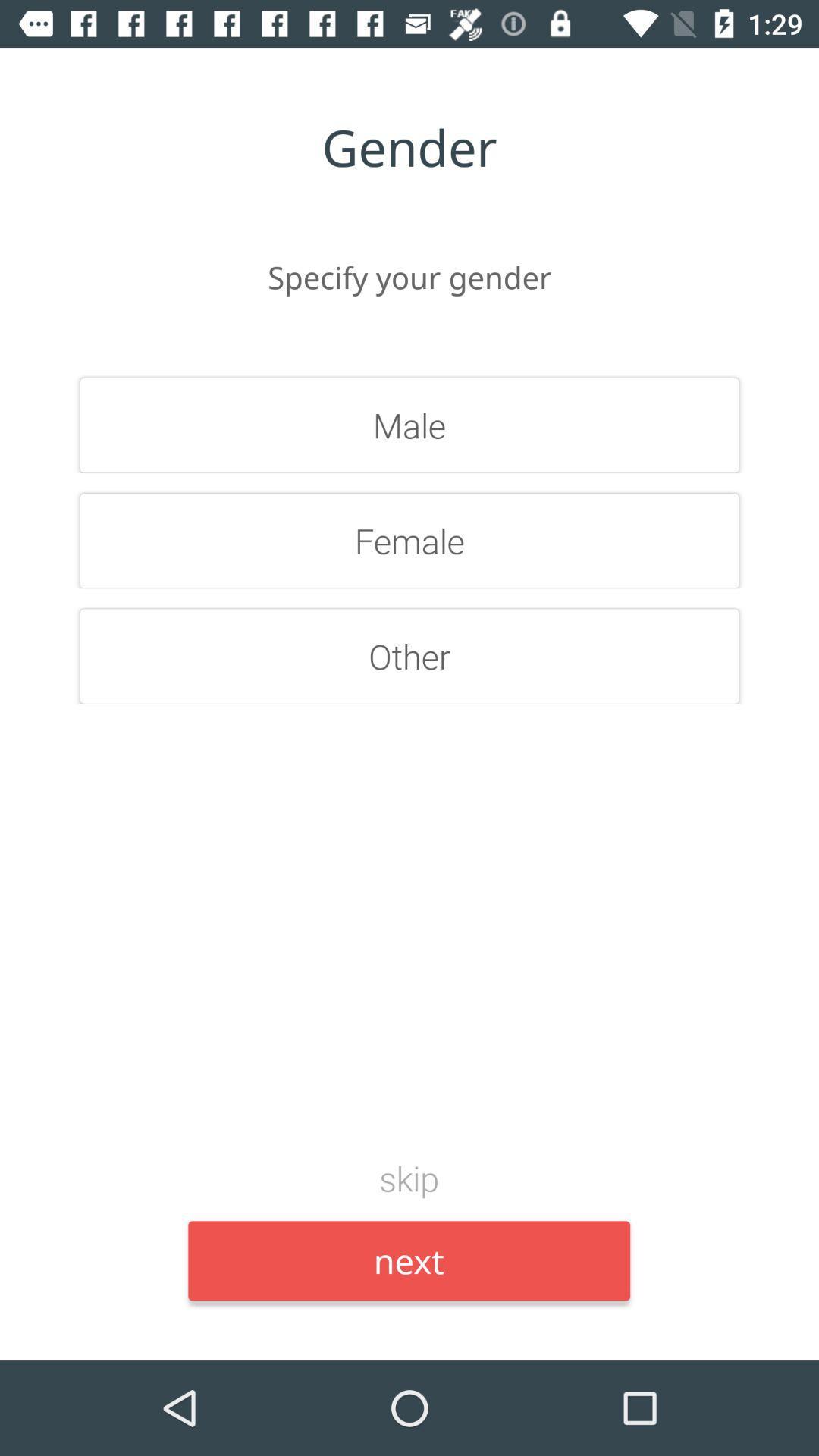  What do you see at coordinates (408, 1260) in the screenshot?
I see `next icon` at bounding box center [408, 1260].